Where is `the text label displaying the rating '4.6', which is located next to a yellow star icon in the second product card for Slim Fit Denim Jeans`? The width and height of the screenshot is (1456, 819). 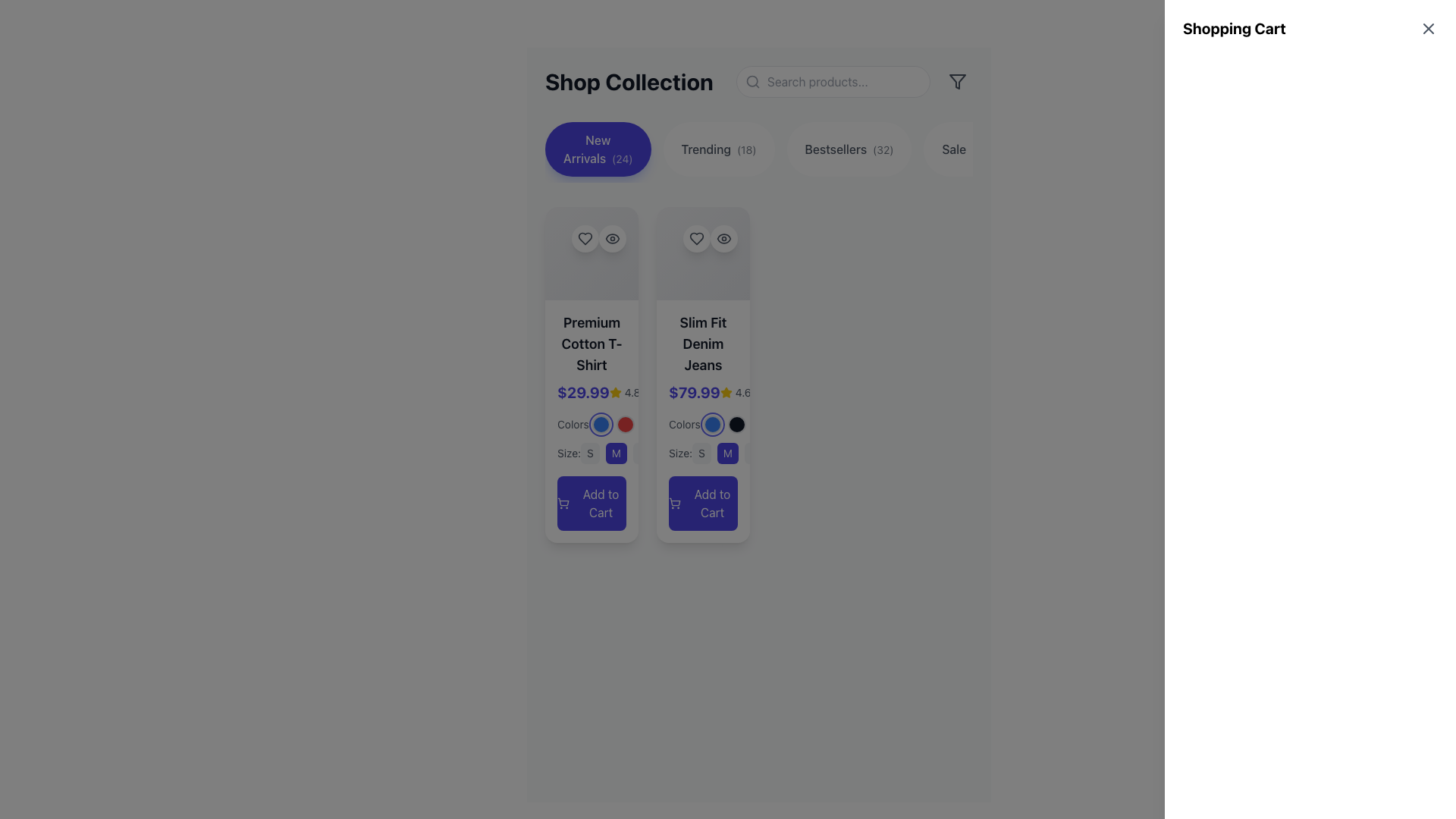
the text label displaying the rating '4.6', which is located next to a yellow star icon in the second product card for Slim Fit Denim Jeans is located at coordinates (743, 391).